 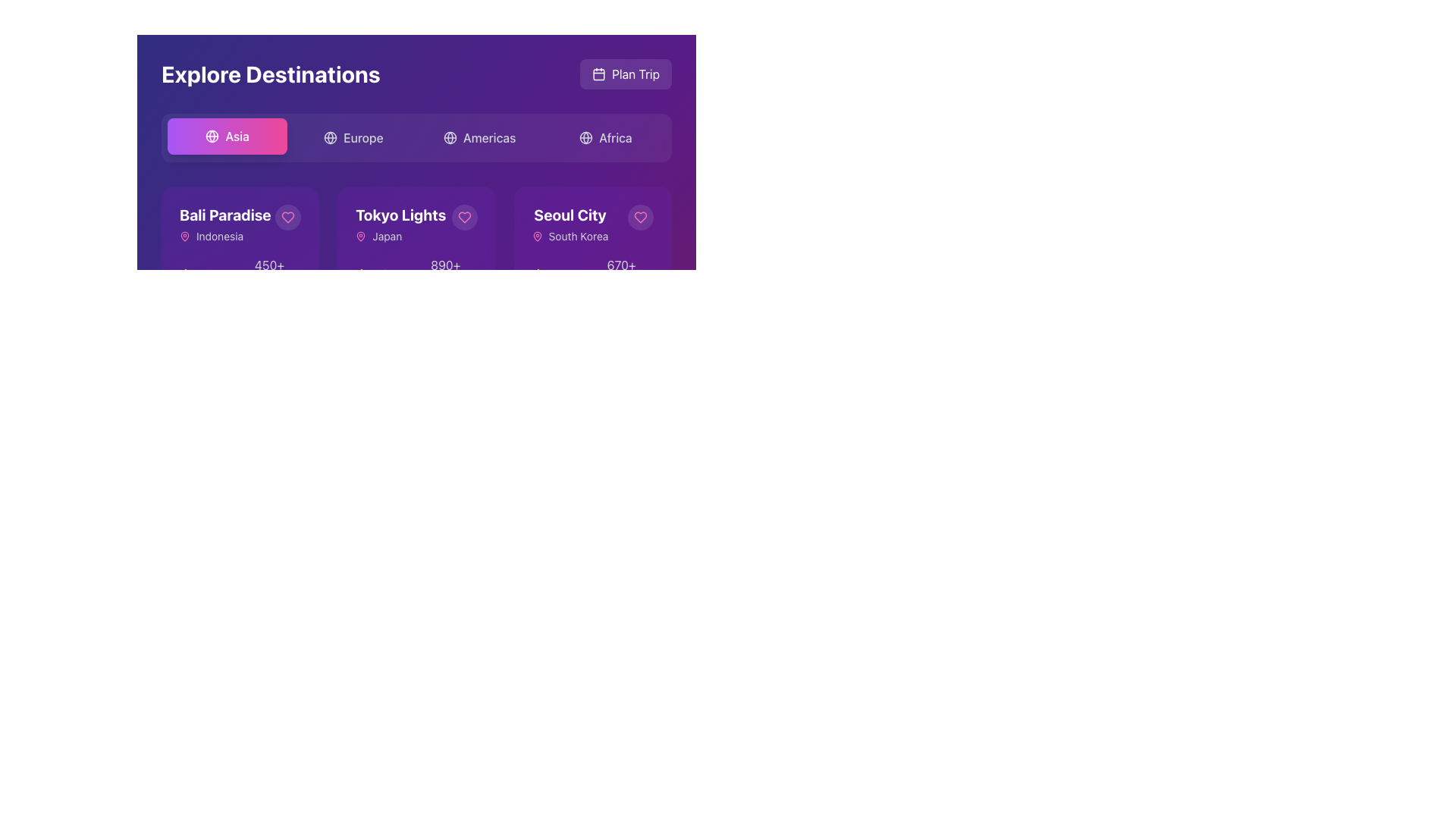 What do you see at coordinates (604, 137) in the screenshot?
I see `the 'Africa' button with a globe icon` at bounding box center [604, 137].